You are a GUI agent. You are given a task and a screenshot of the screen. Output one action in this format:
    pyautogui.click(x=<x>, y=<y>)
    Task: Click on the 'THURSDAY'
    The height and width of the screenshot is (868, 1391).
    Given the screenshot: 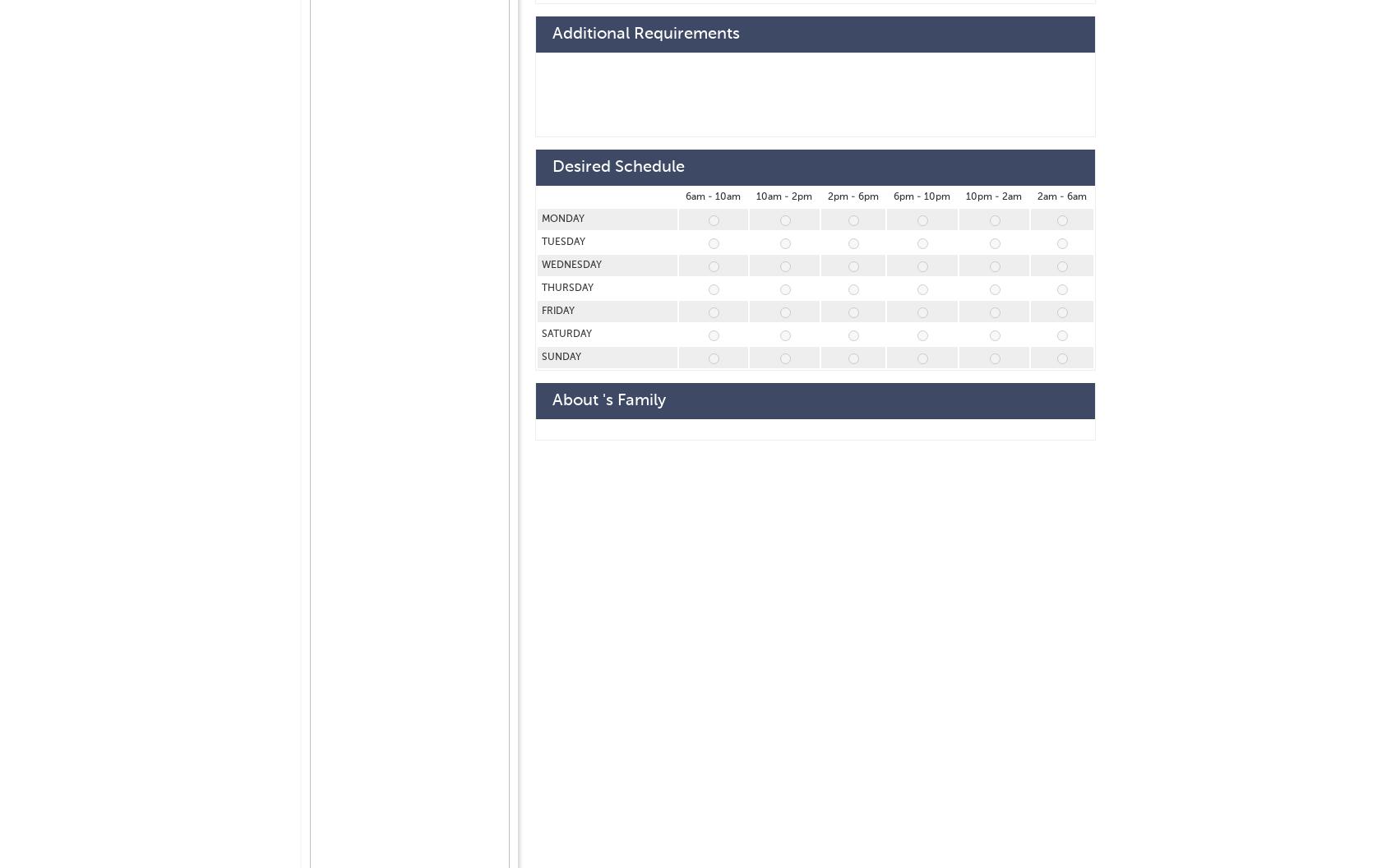 What is the action you would take?
    pyautogui.click(x=569, y=288)
    